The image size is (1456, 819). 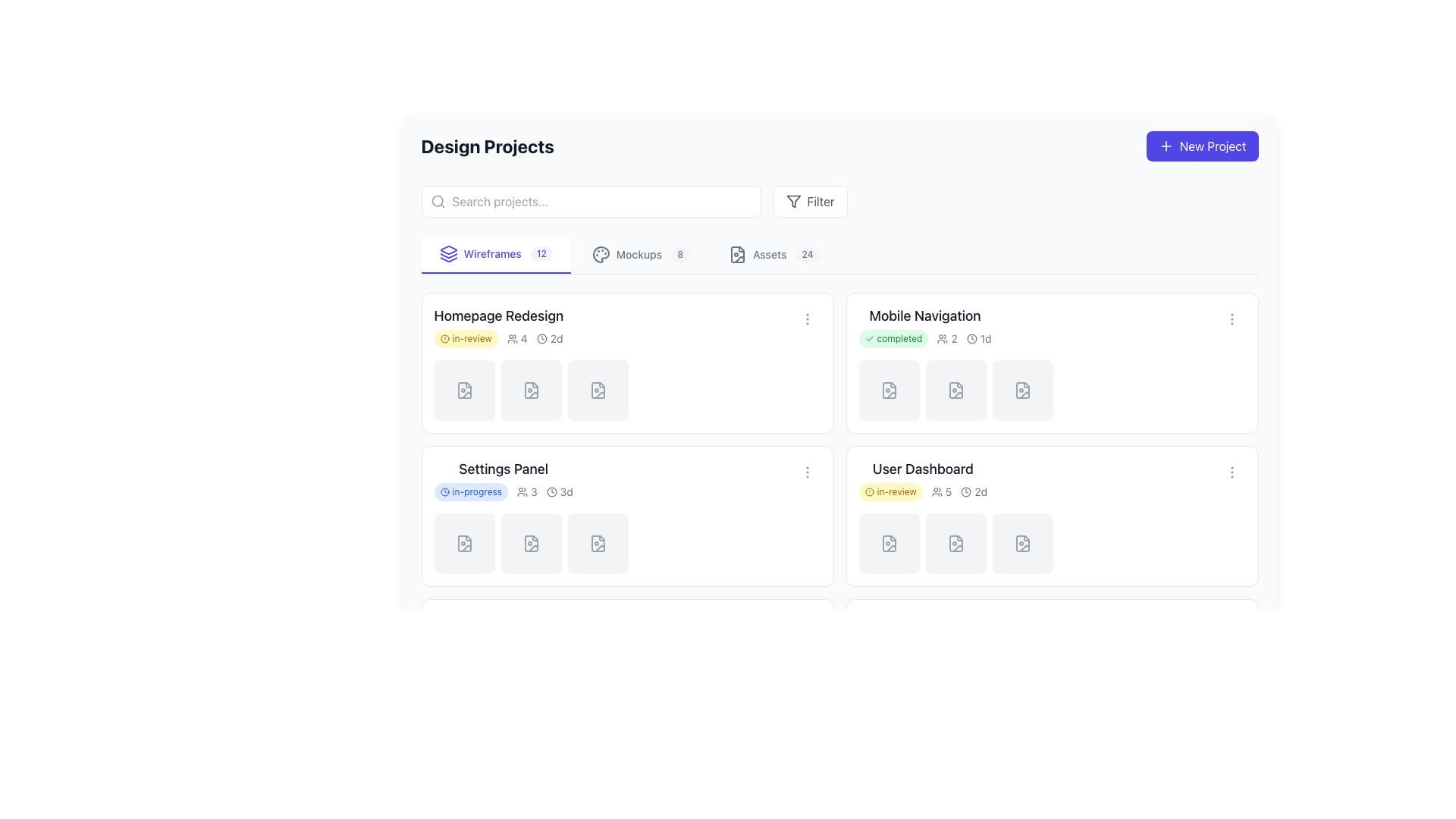 I want to click on the filtering icon located in the upper-central part of the layout, to the right of the category indicator, so click(x=792, y=201).